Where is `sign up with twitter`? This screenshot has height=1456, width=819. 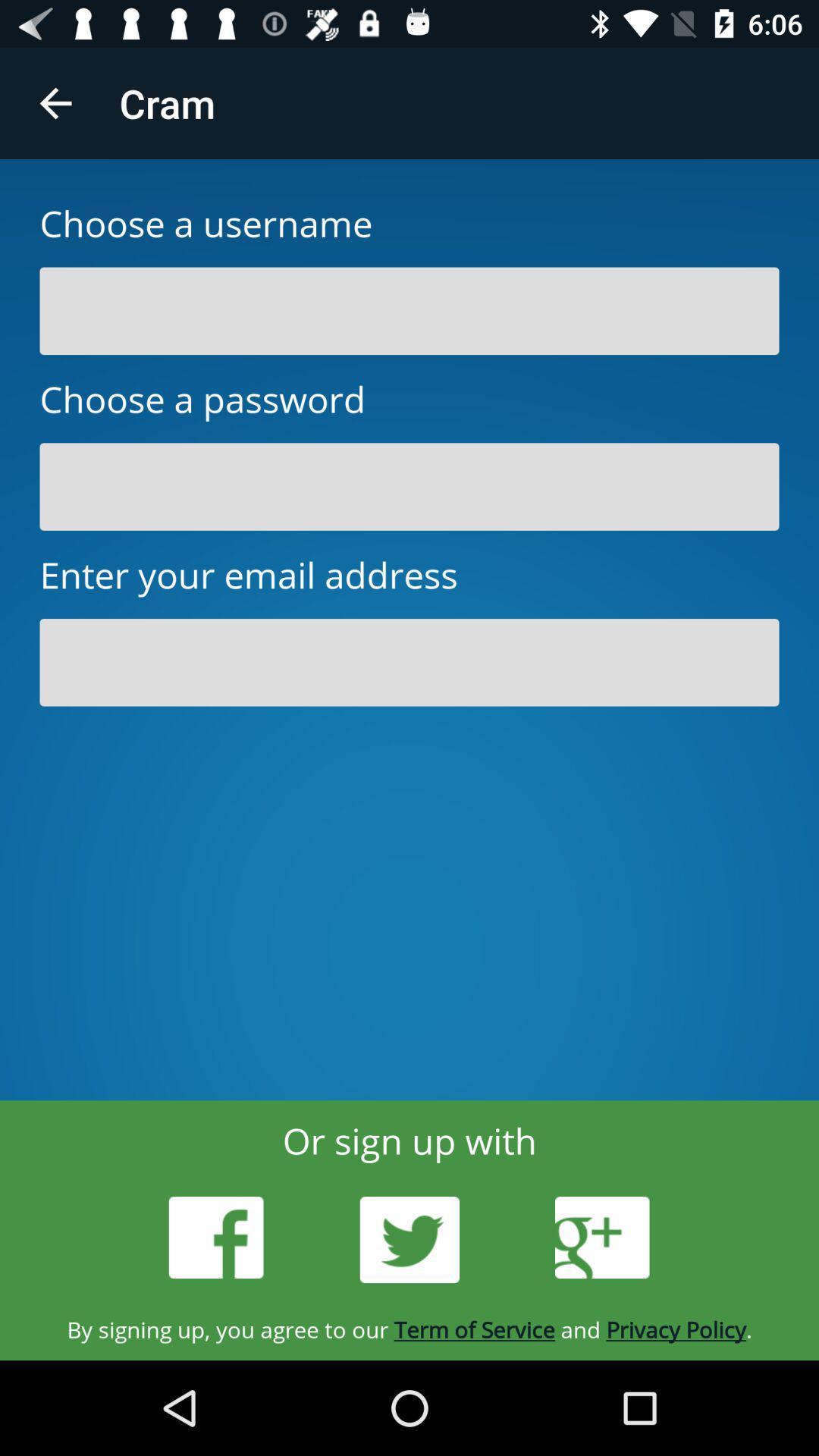
sign up with twitter is located at coordinates (409, 1240).